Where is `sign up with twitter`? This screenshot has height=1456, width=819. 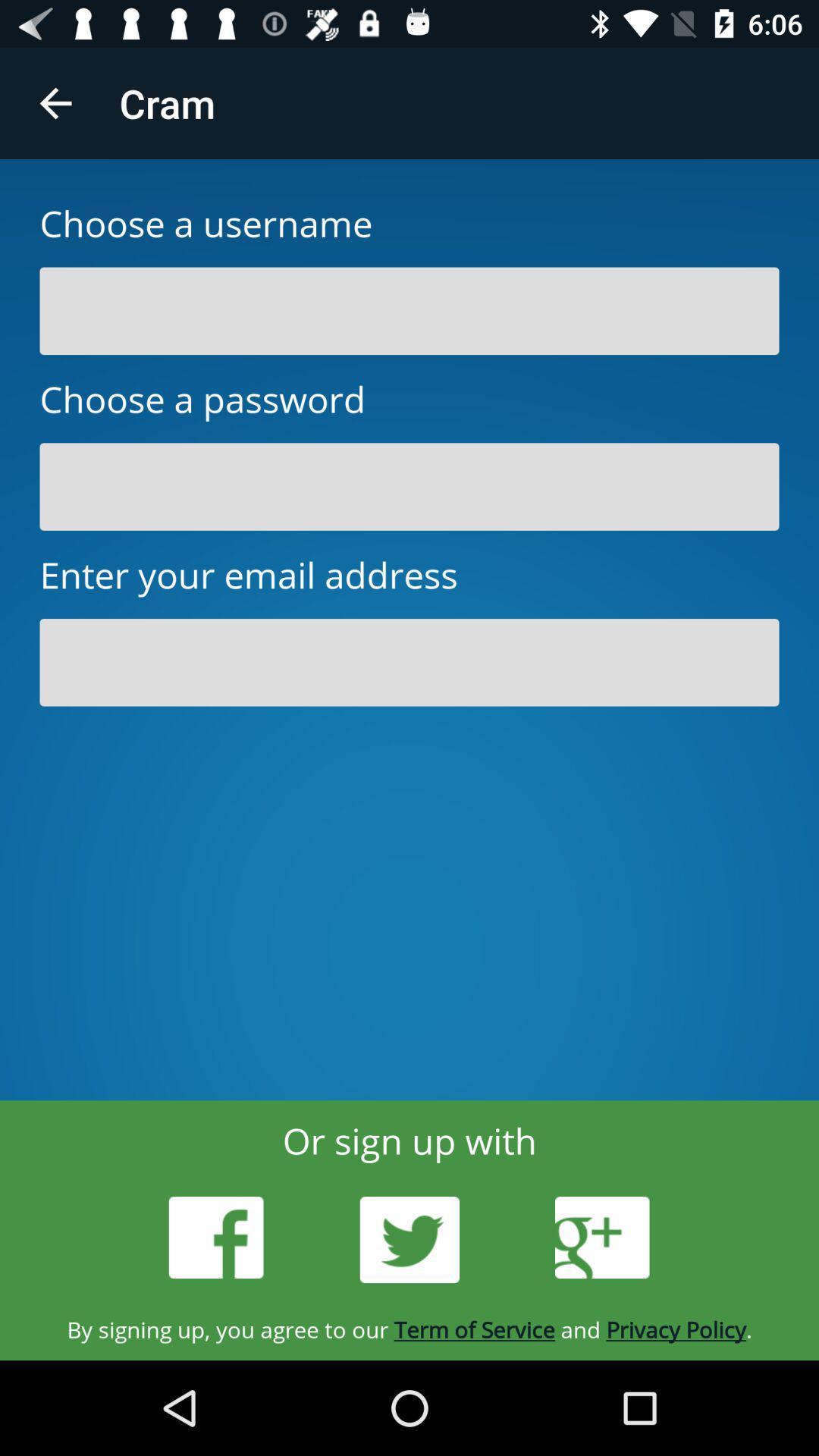
sign up with twitter is located at coordinates (409, 1240).